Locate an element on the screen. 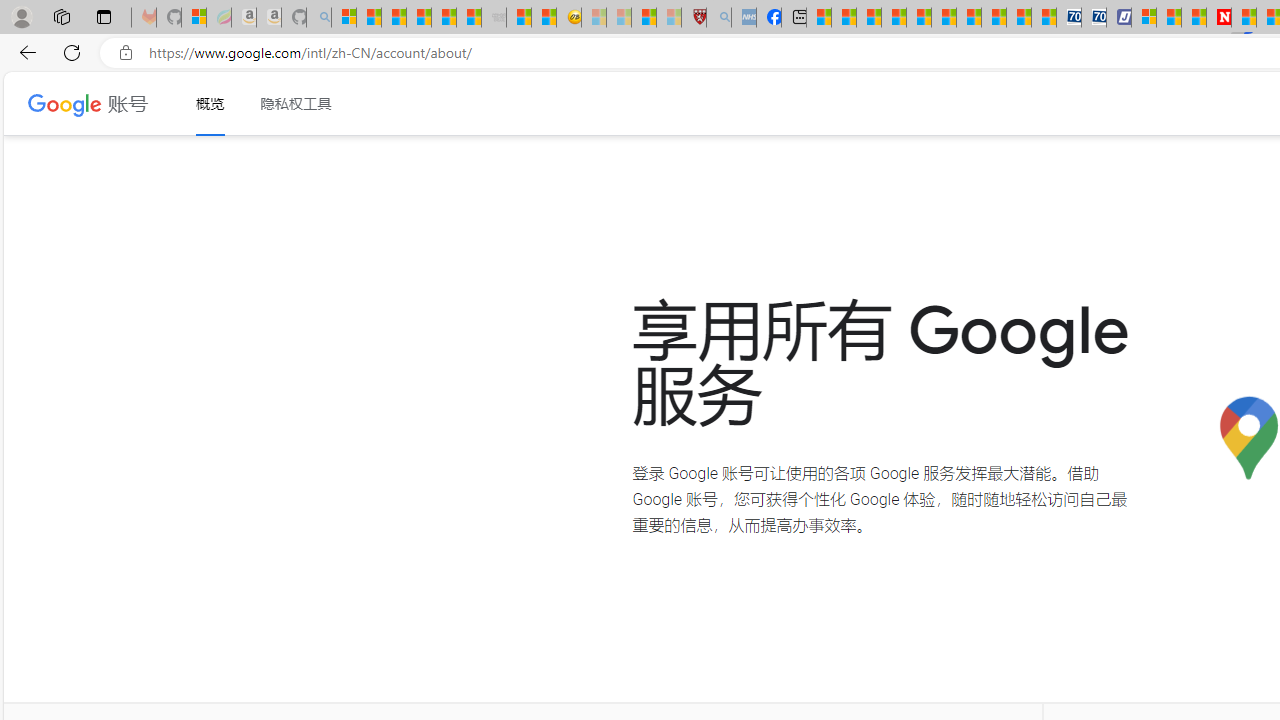 The image size is (1280, 720). 'Combat Siege - Sleeping' is located at coordinates (494, 17).